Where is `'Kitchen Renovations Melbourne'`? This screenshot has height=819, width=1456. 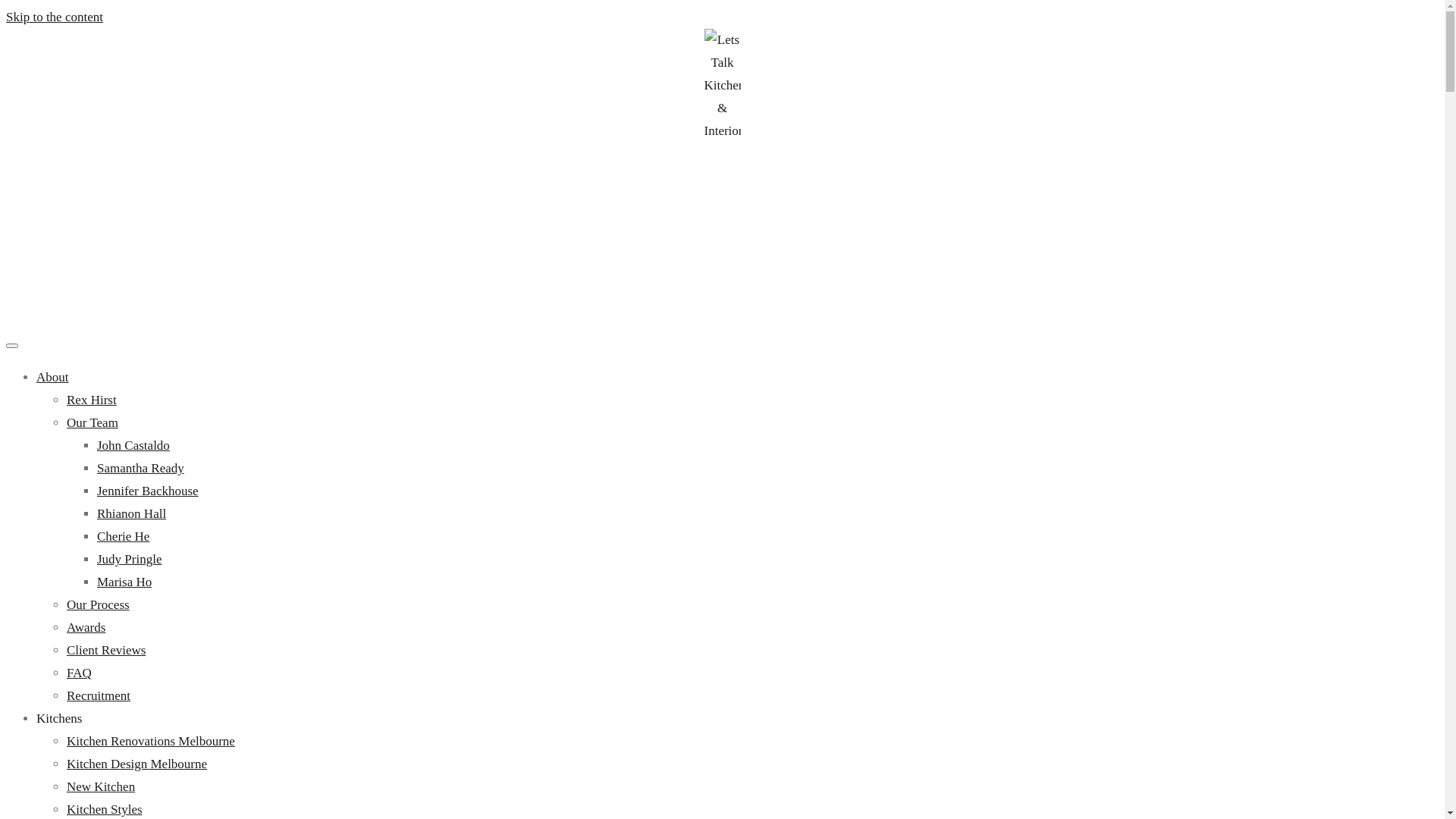
'Kitchen Renovations Melbourne' is located at coordinates (150, 740).